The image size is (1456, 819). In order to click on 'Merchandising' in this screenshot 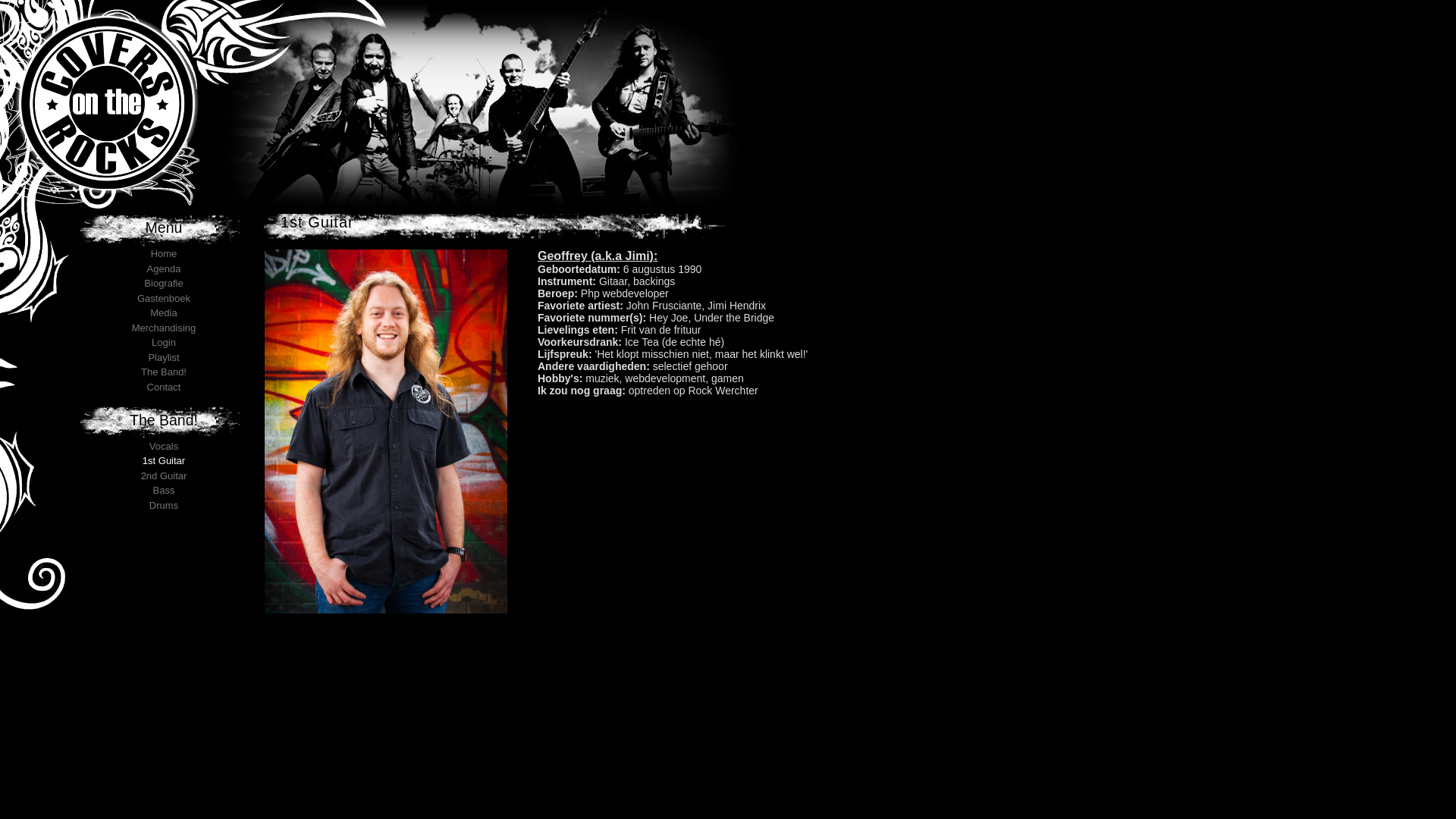, I will do `click(164, 326)`.